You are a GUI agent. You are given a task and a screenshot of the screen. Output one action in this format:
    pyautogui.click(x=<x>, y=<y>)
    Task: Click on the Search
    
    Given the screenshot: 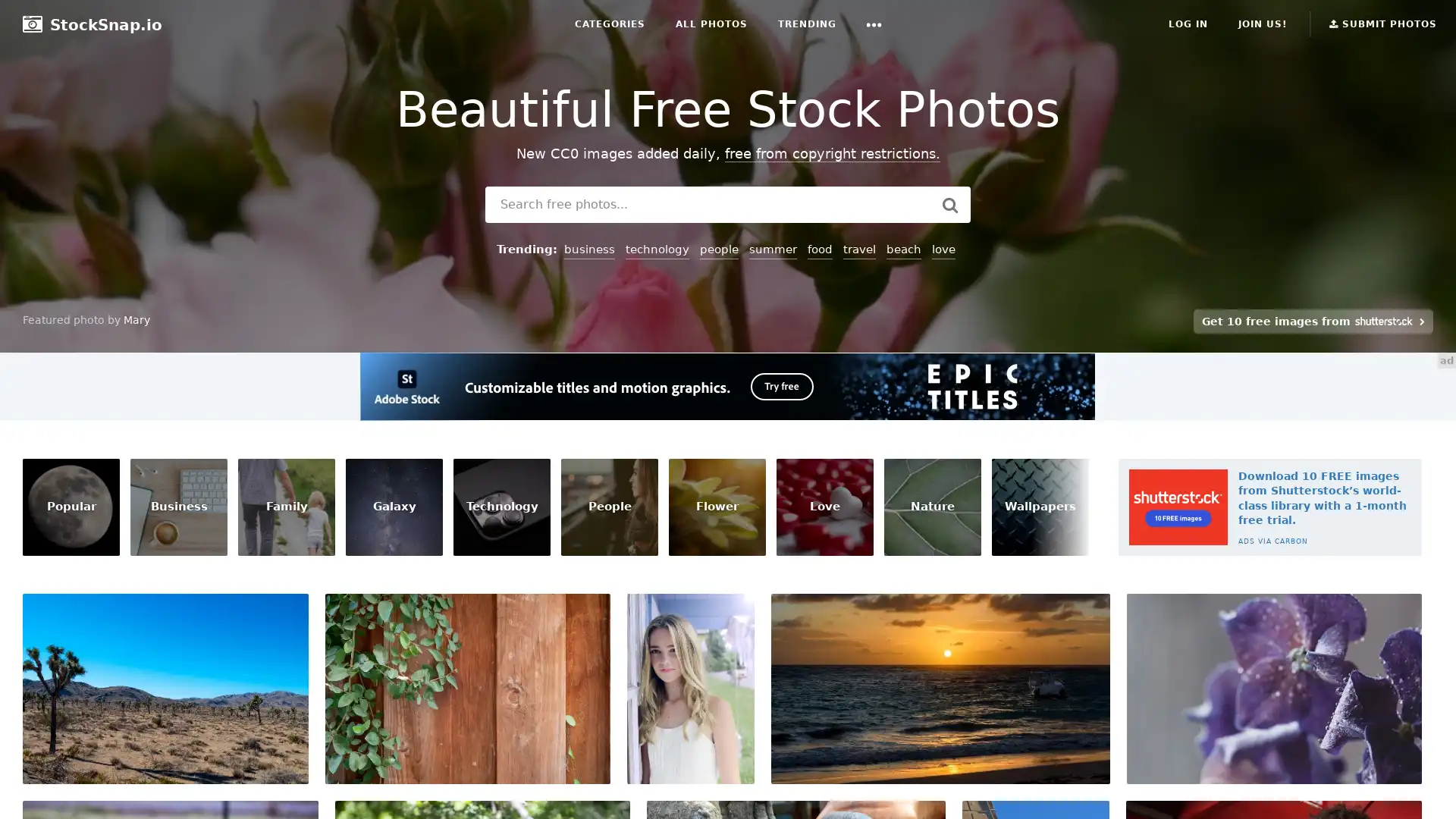 What is the action you would take?
    pyautogui.click(x=949, y=205)
    